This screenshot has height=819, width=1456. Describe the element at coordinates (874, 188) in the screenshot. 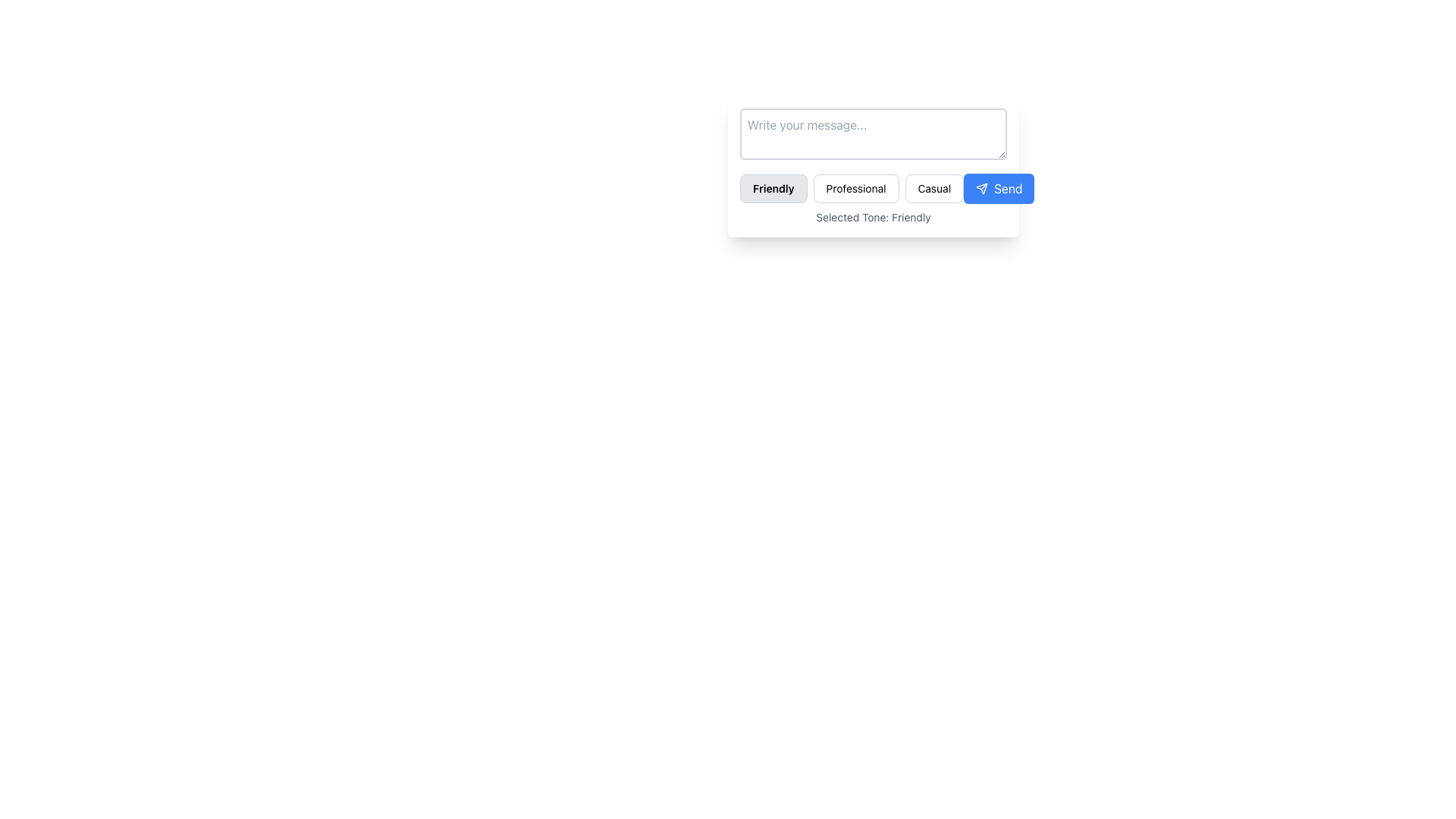

I see `the 'Professional' tone selection button located in the middle of the tone options row, directly below the 'Write your message...' text box` at that location.